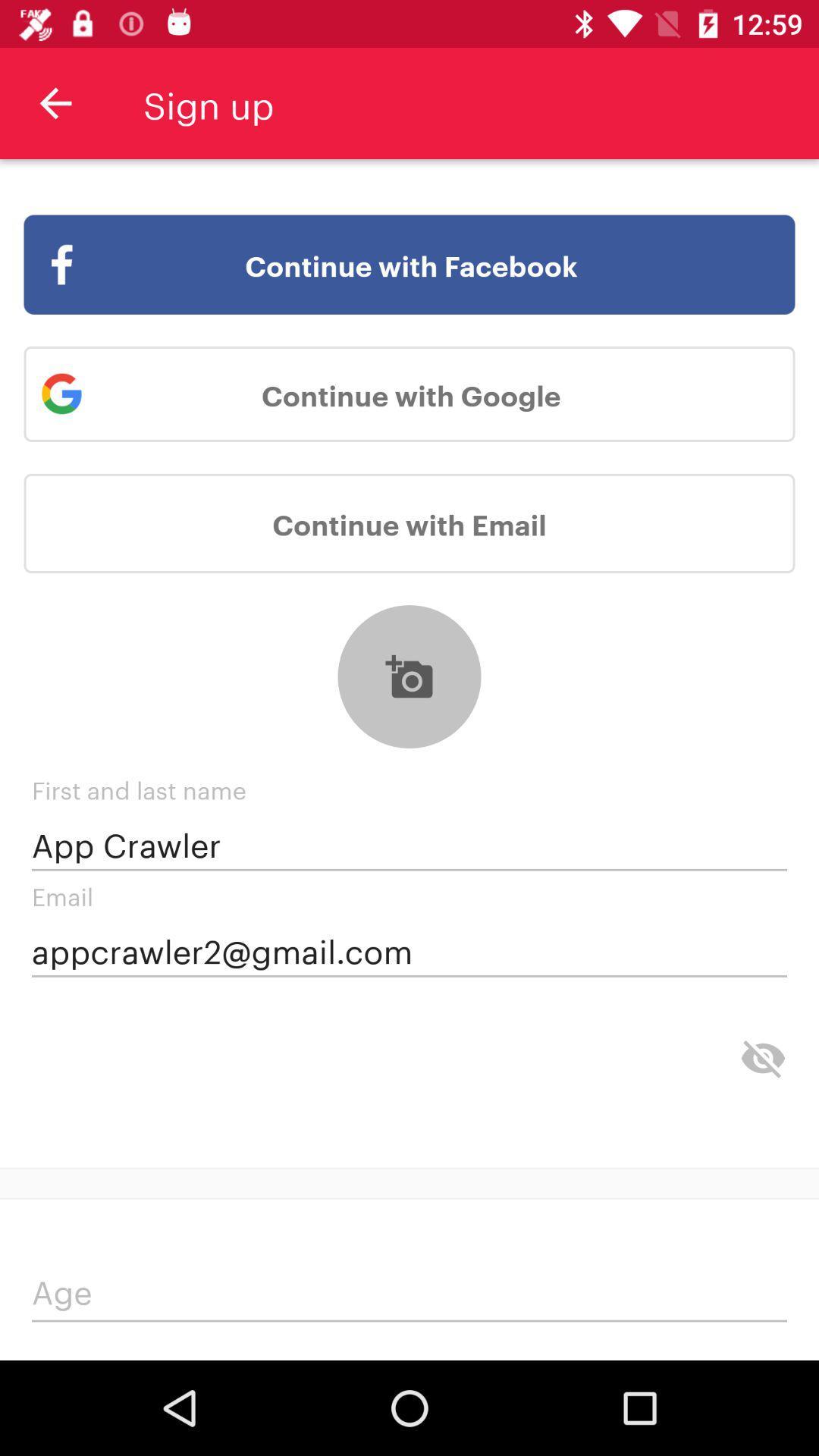 This screenshot has height=1456, width=819. I want to click on your age, so click(409, 1294).